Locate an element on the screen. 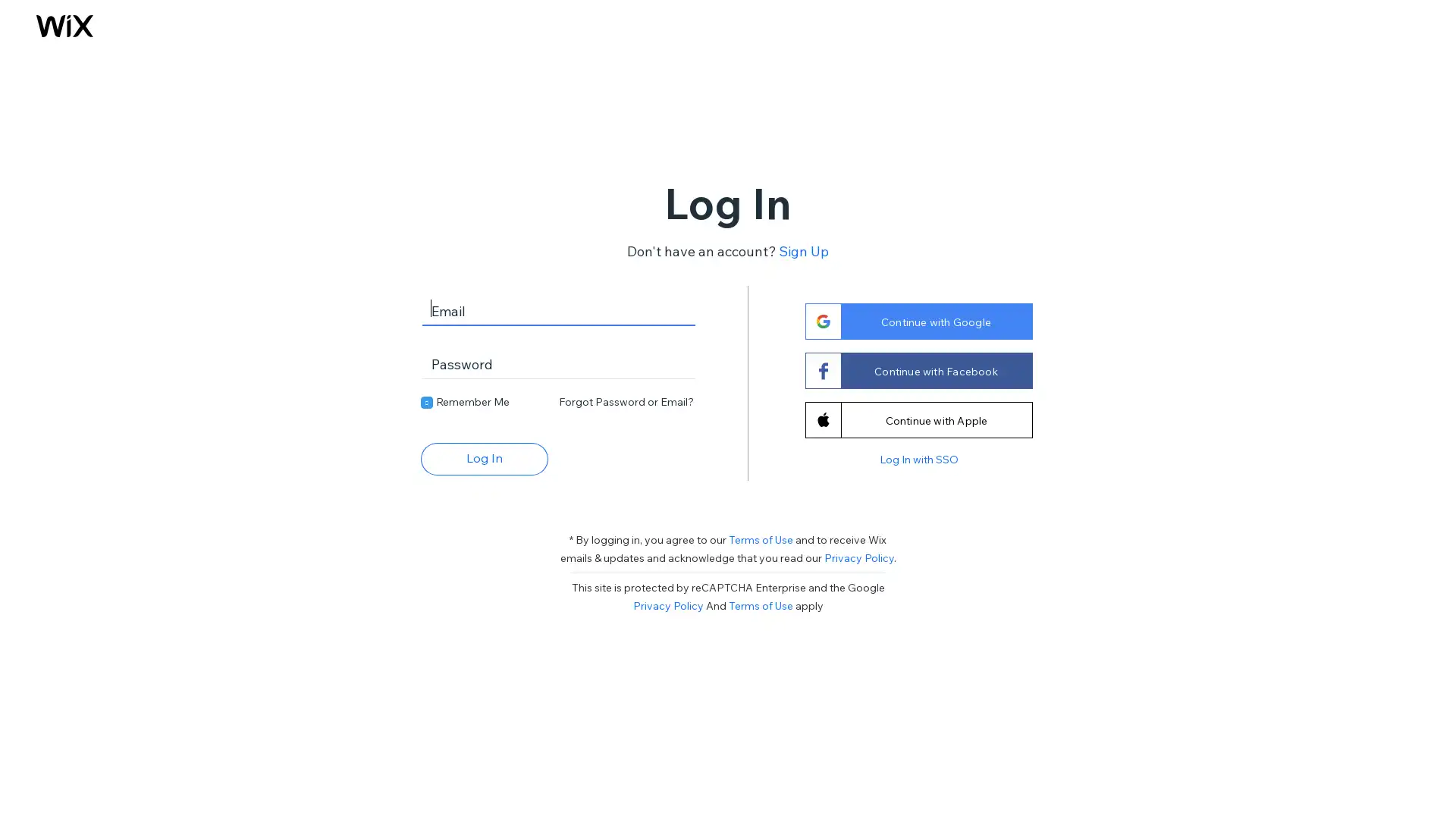 The image size is (1456, 819). Continue with Facebook is located at coordinates (917, 370).